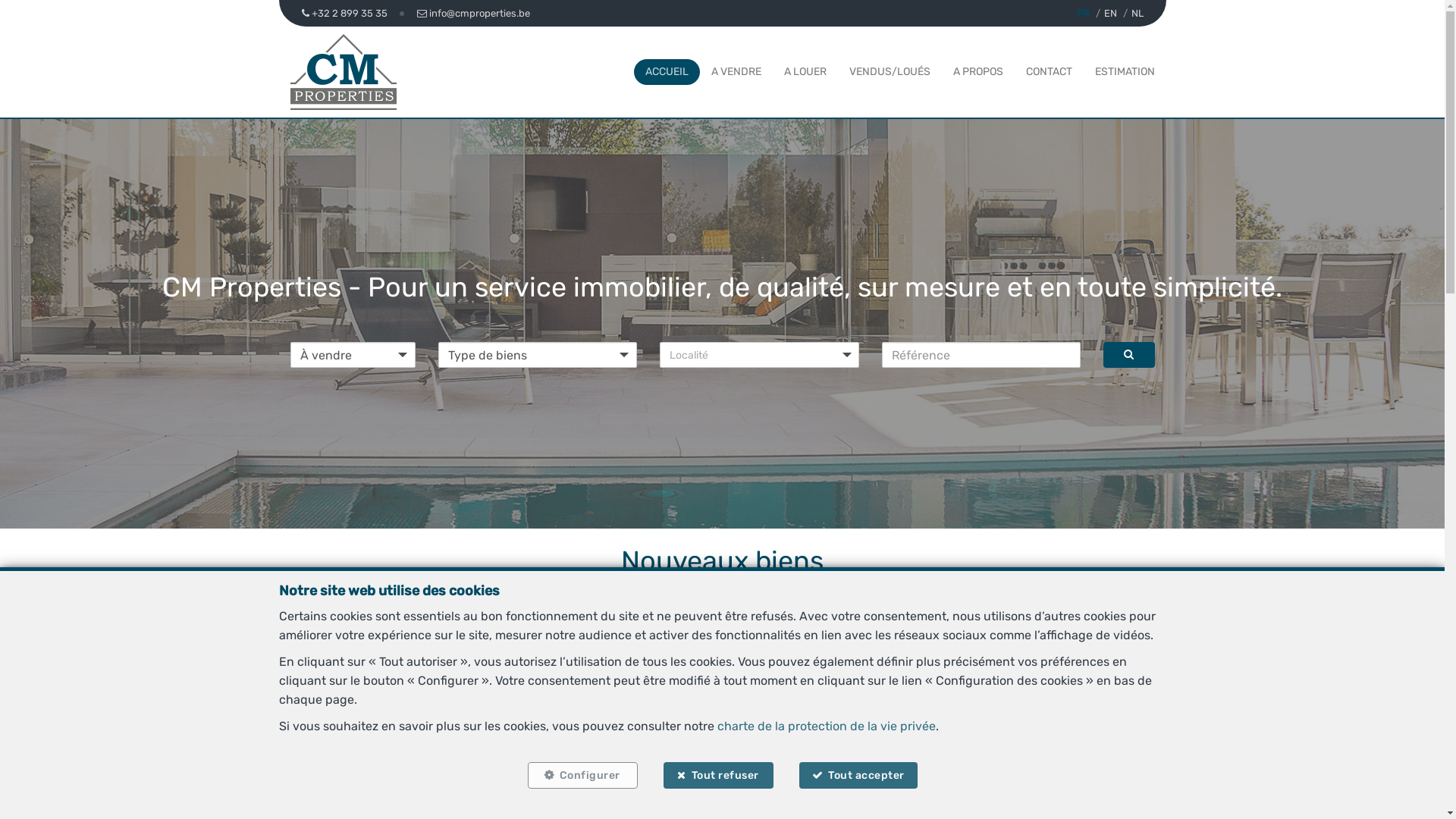 Image resolution: width=1456 pixels, height=819 pixels. Describe the element at coordinates (736, 71) in the screenshot. I see `'A VENDRE'` at that location.